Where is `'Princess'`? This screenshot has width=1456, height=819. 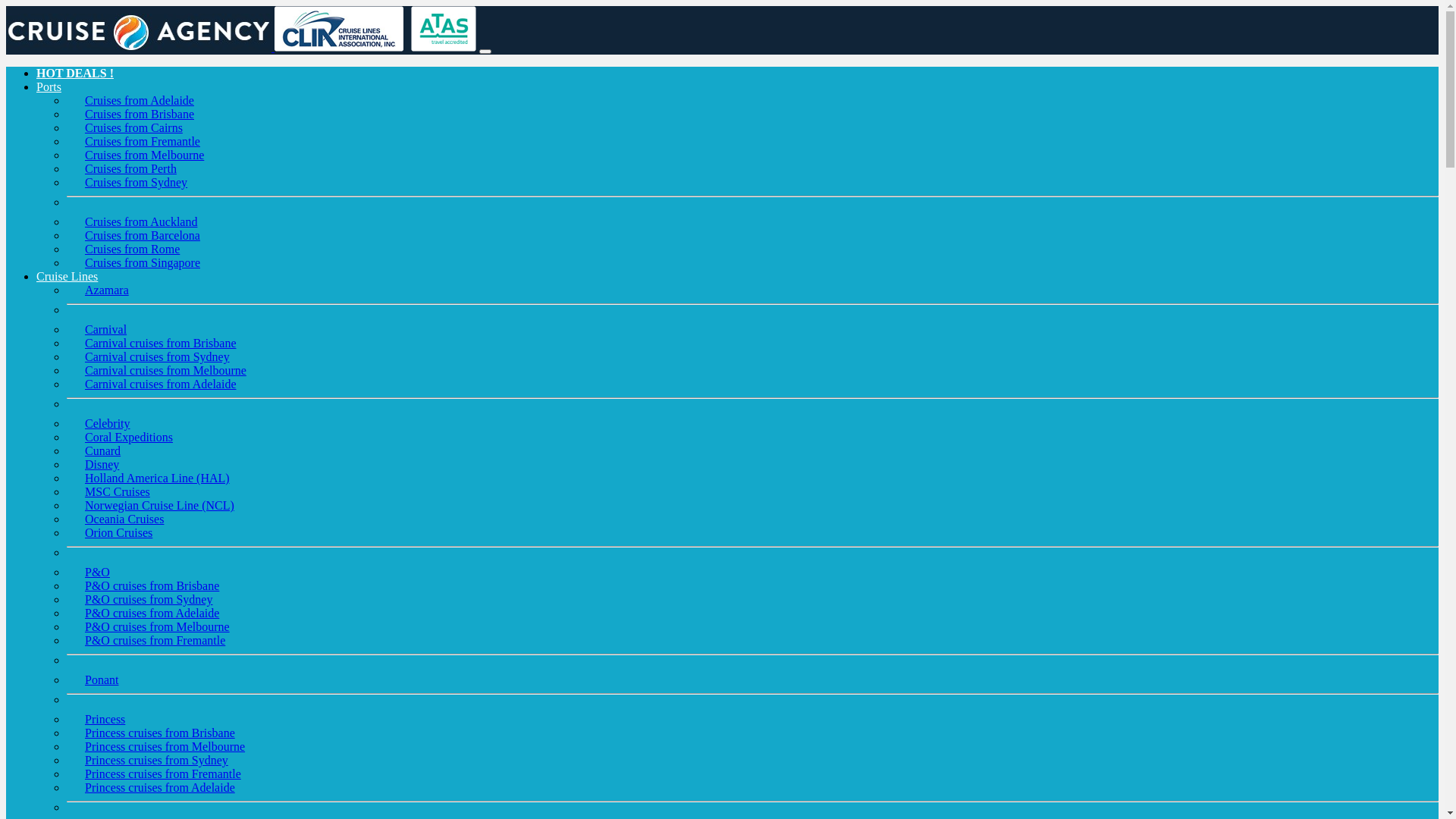
'Princess' is located at coordinates (104, 718).